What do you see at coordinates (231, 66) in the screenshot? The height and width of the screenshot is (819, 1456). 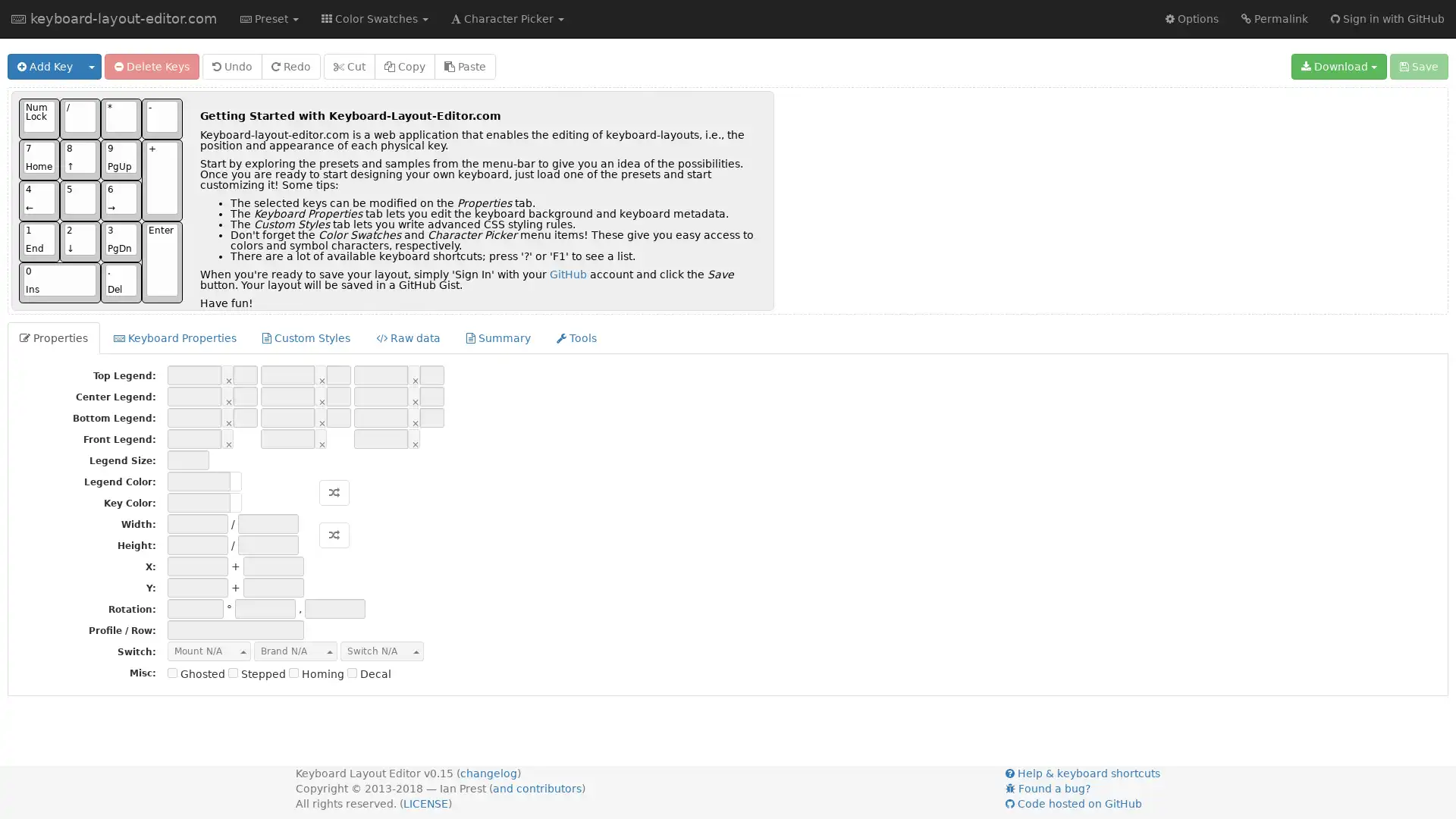 I see `Undo` at bounding box center [231, 66].